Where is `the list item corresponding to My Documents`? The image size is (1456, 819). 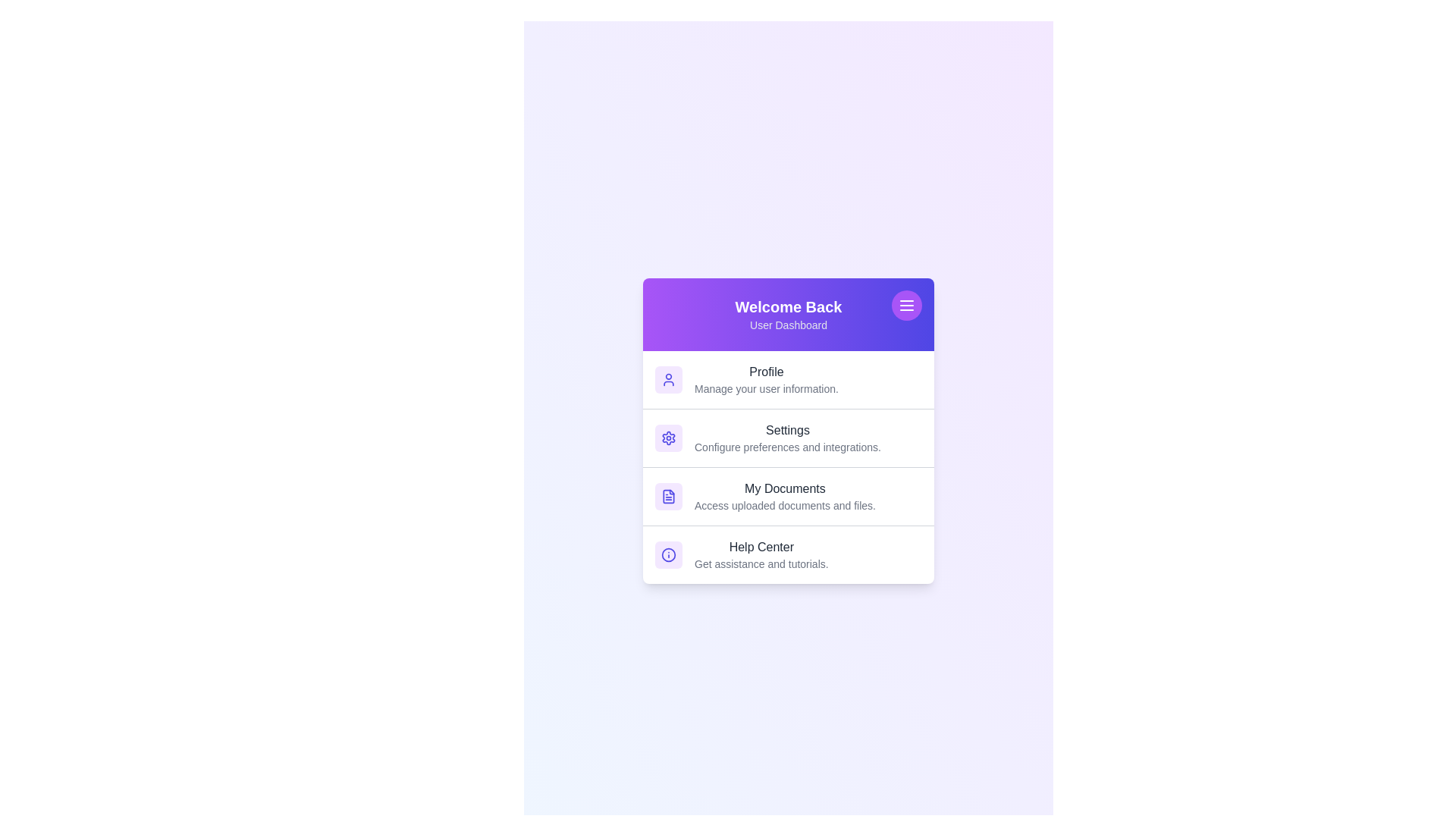
the list item corresponding to My Documents is located at coordinates (789, 496).